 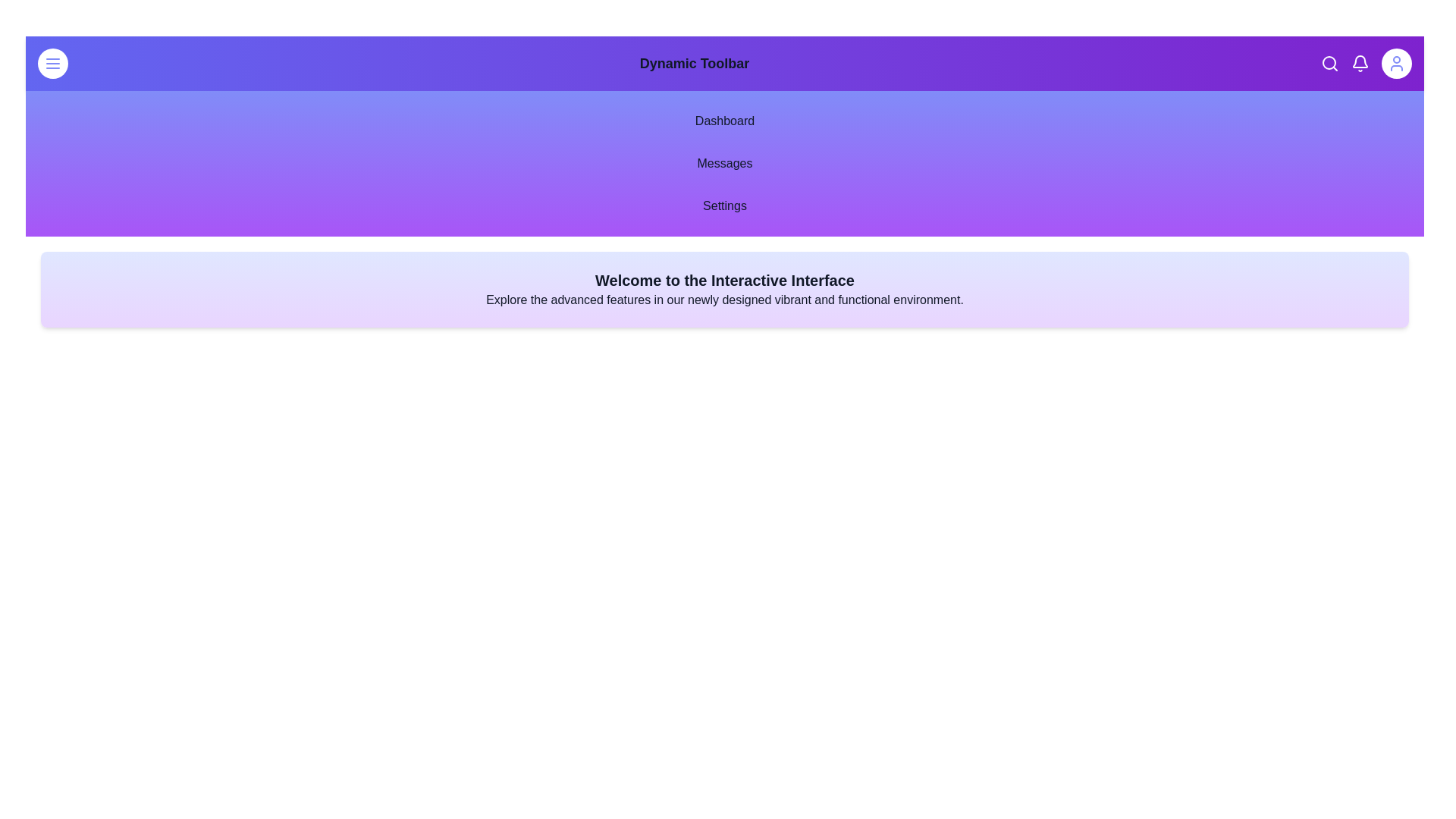 What do you see at coordinates (723, 206) in the screenshot?
I see `the Settings link to navigate to the respective section` at bounding box center [723, 206].